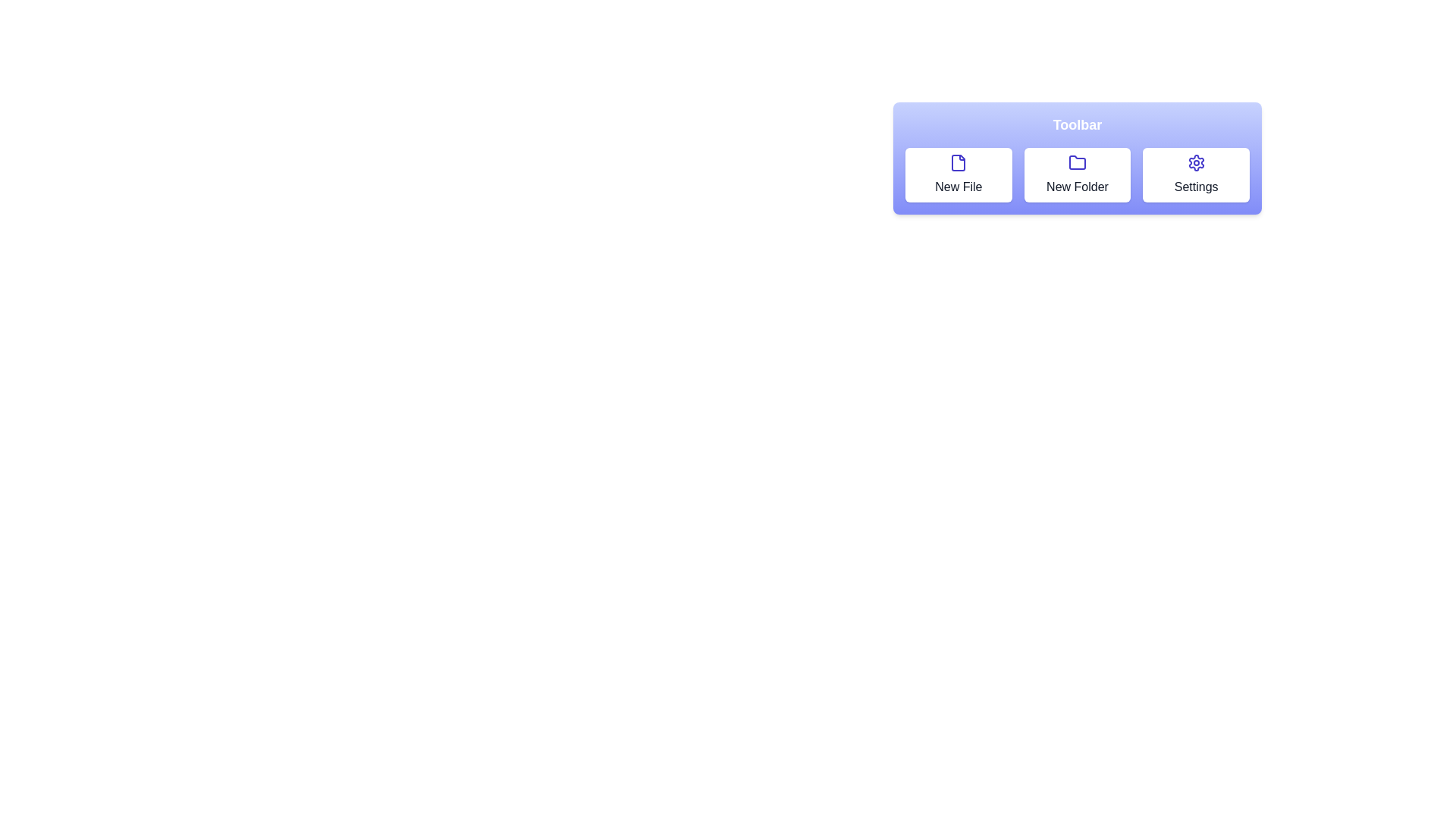  What do you see at coordinates (1195, 174) in the screenshot?
I see `the 'Settings' button located in the upper-right corner of the toolbar` at bounding box center [1195, 174].